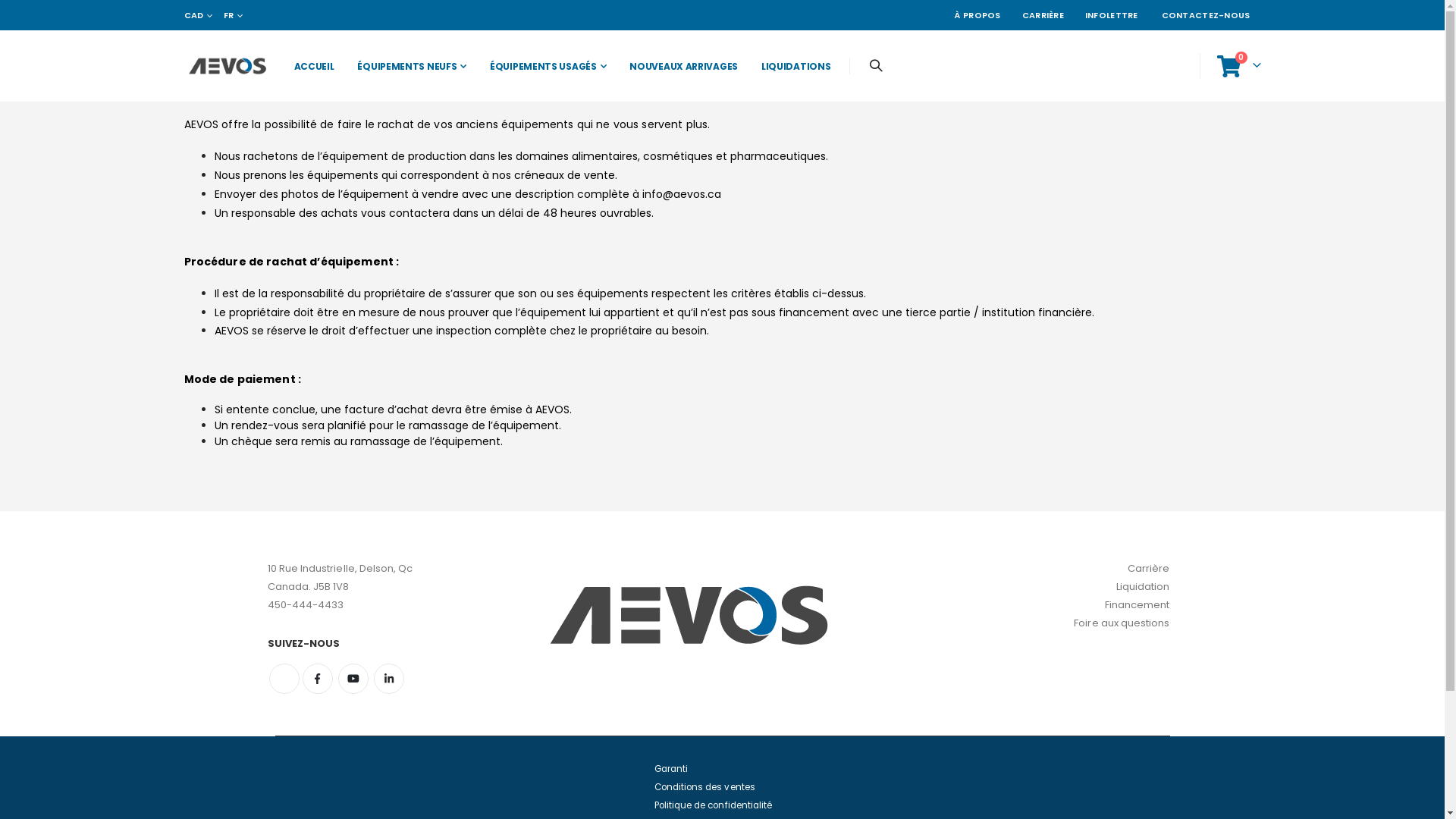 This screenshot has width=1456, height=819. What do you see at coordinates (1073, 14) in the screenshot?
I see `'INFOLETTRE'` at bounding box center [1073, 14].